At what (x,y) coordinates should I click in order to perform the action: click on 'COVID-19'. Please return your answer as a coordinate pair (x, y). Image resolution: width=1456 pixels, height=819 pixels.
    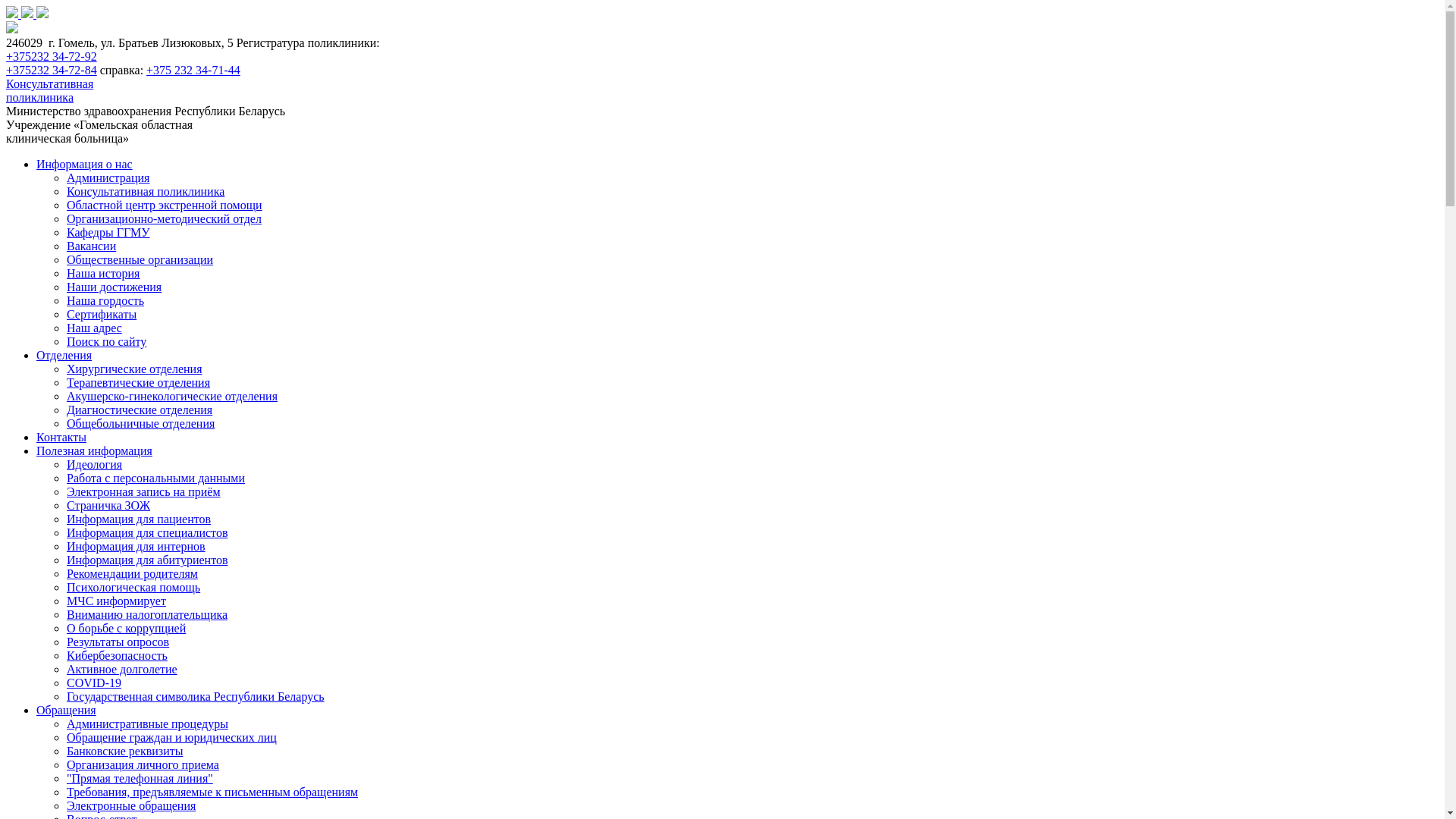
    Looking at the image, I should click on (93, 682).